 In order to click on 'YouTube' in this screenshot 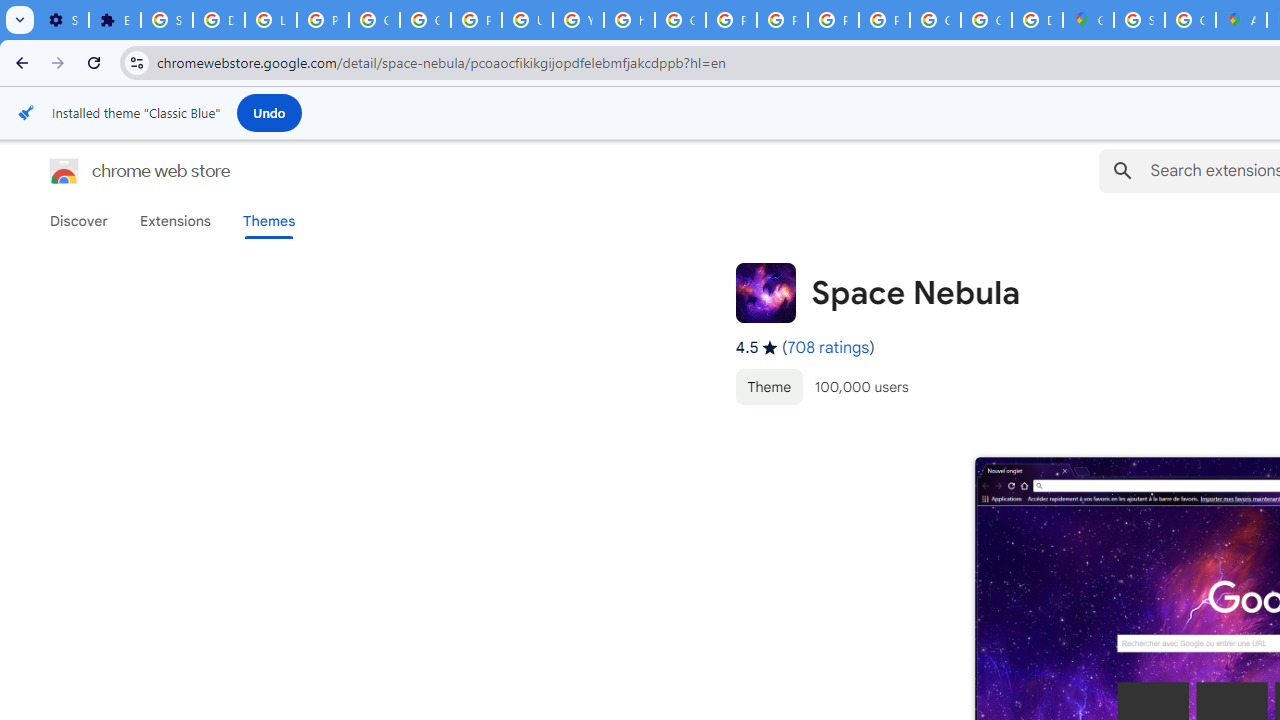, I will do `click(577, 20)`.